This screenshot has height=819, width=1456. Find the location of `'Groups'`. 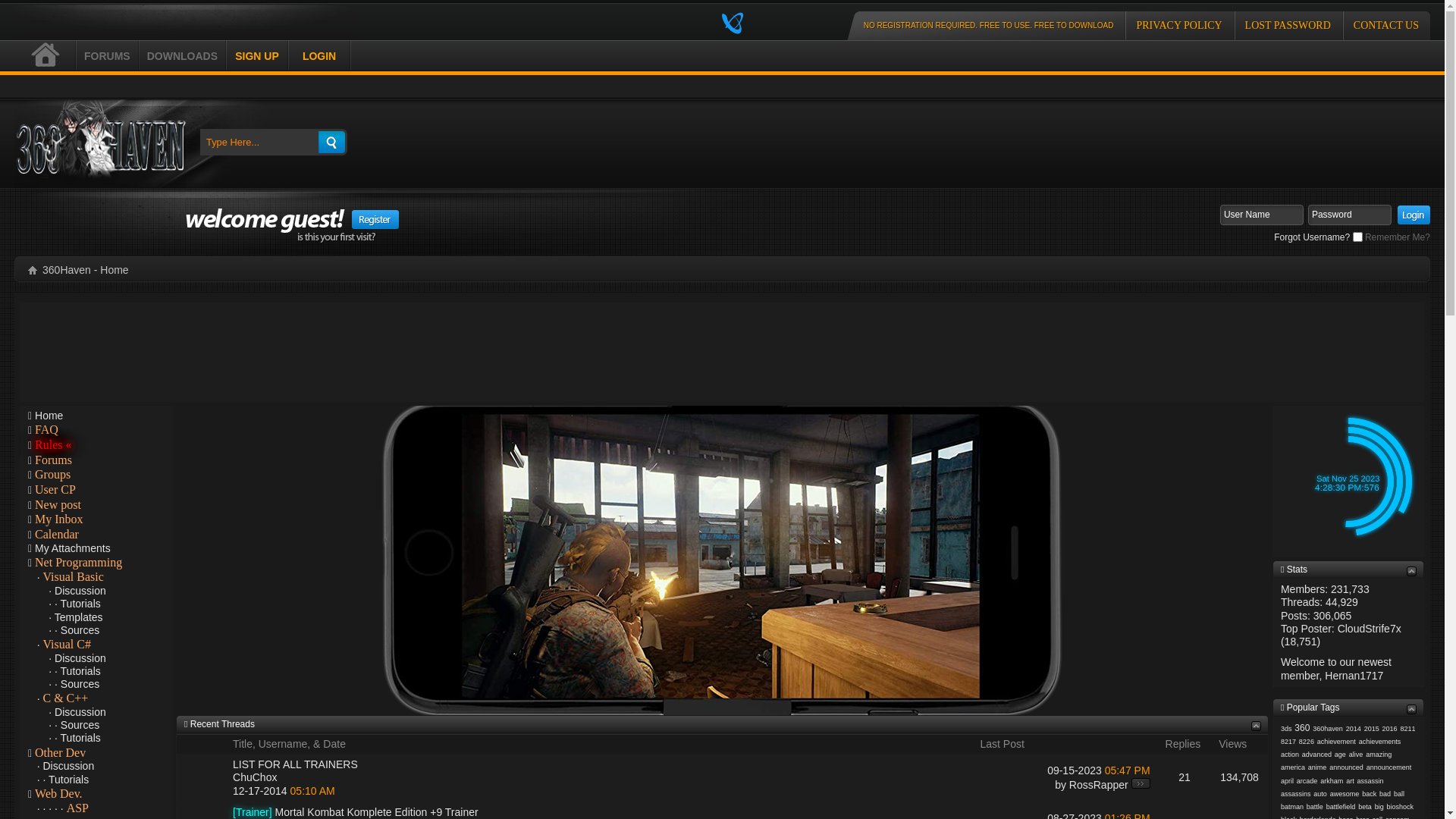

'Groups' is located at coordinates (52, 473).